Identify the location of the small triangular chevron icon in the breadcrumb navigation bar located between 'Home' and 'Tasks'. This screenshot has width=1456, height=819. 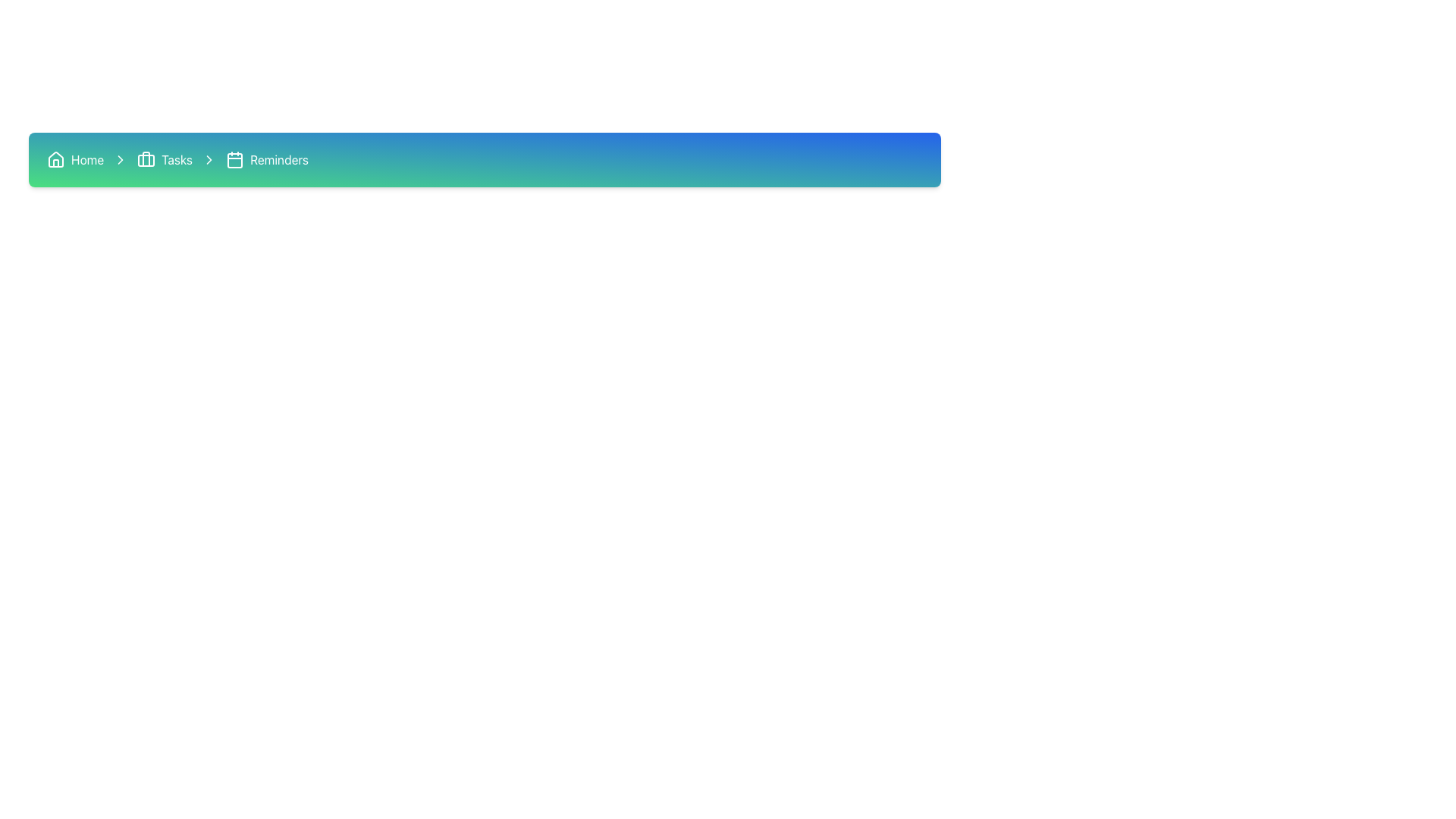
(209, 160).